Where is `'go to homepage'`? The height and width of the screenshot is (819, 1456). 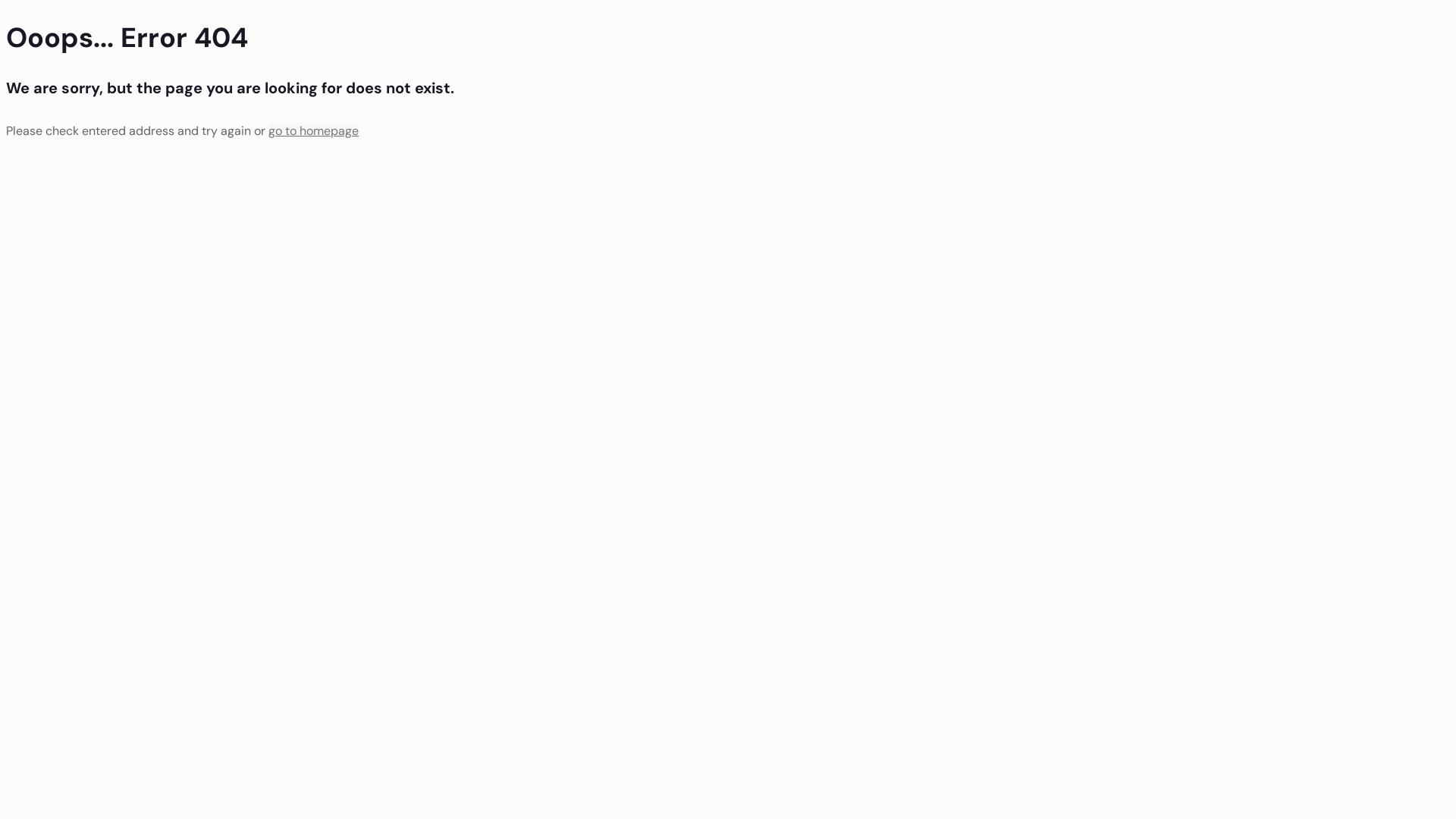
'go to homepage' is located at coordinates (312, 130).